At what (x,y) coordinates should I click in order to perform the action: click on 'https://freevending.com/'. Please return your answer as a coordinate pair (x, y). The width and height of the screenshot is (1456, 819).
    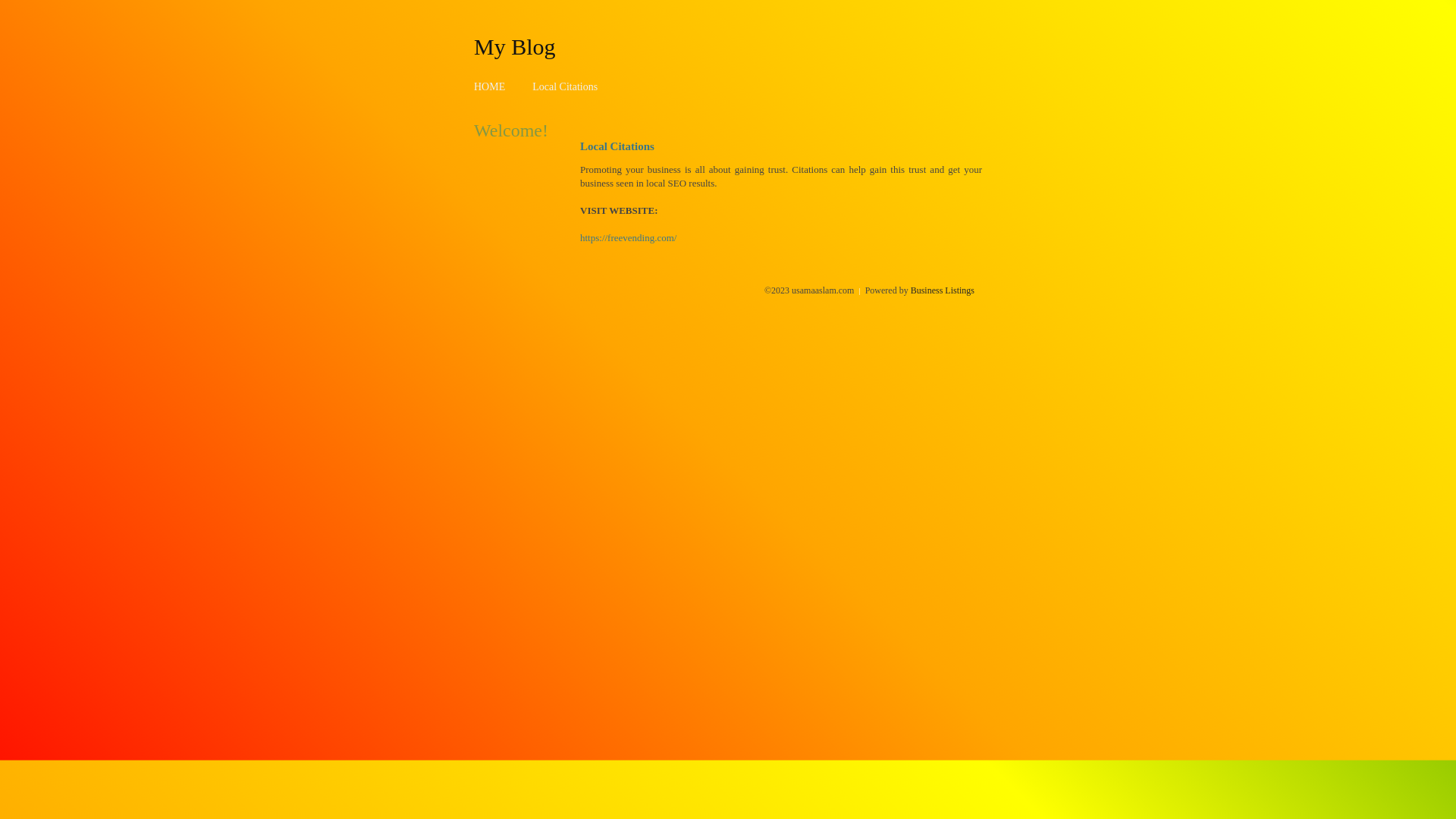
    Looking at the image, I should click on (628, 237).